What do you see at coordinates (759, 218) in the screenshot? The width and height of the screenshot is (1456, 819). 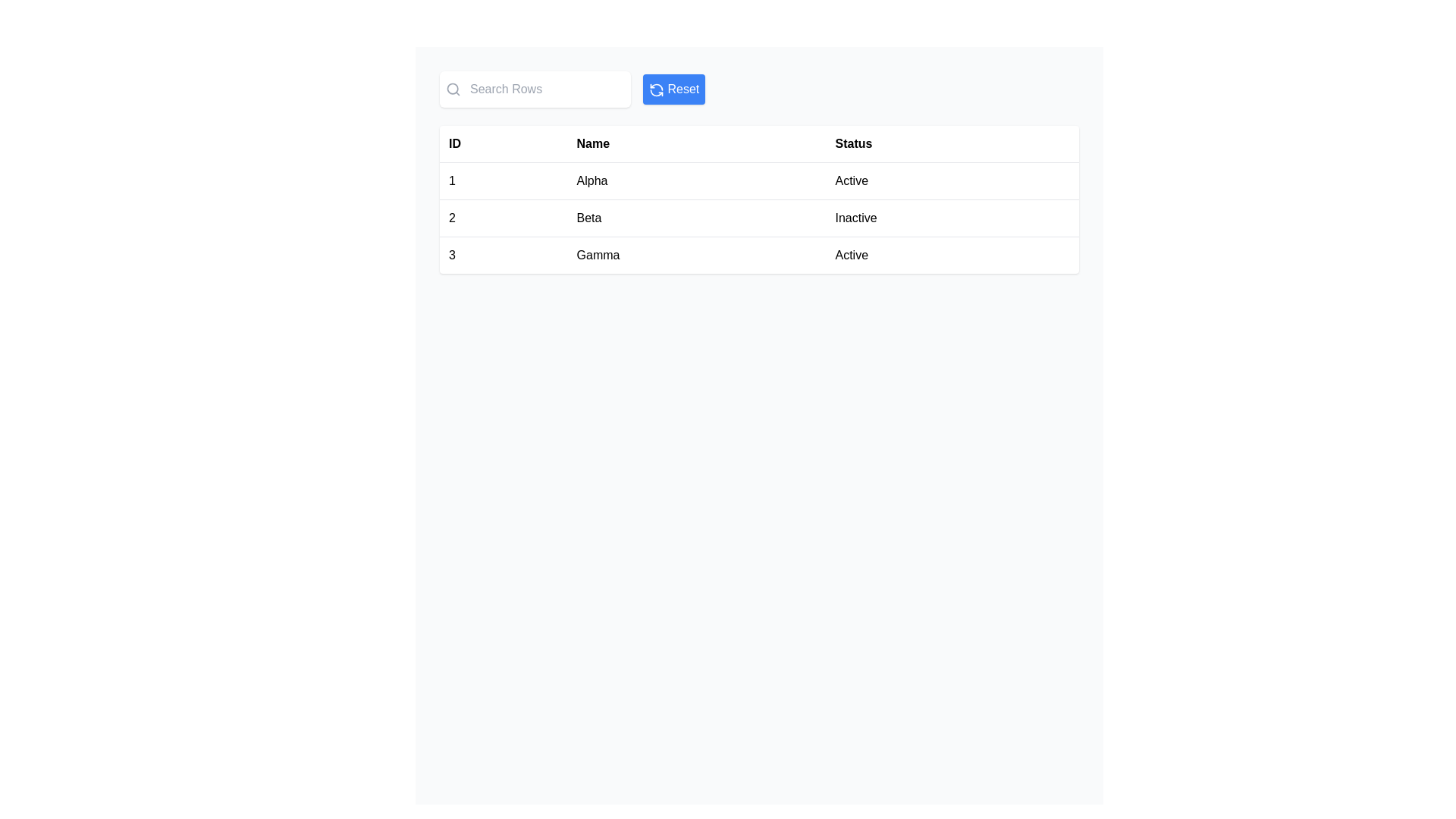 I see `the second row` at bounding box center [759, 218].